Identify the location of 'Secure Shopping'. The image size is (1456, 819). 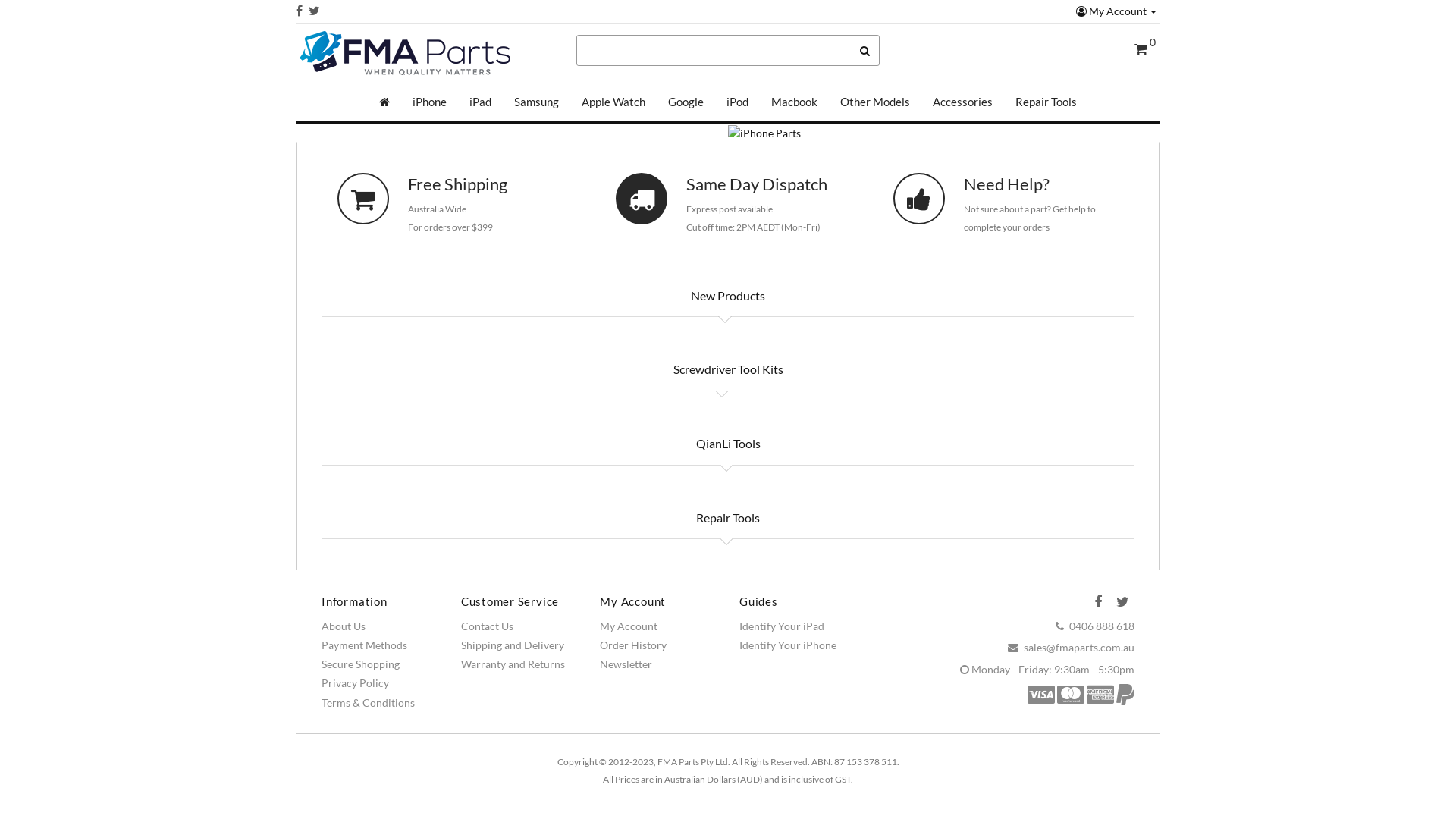
(359, 663).